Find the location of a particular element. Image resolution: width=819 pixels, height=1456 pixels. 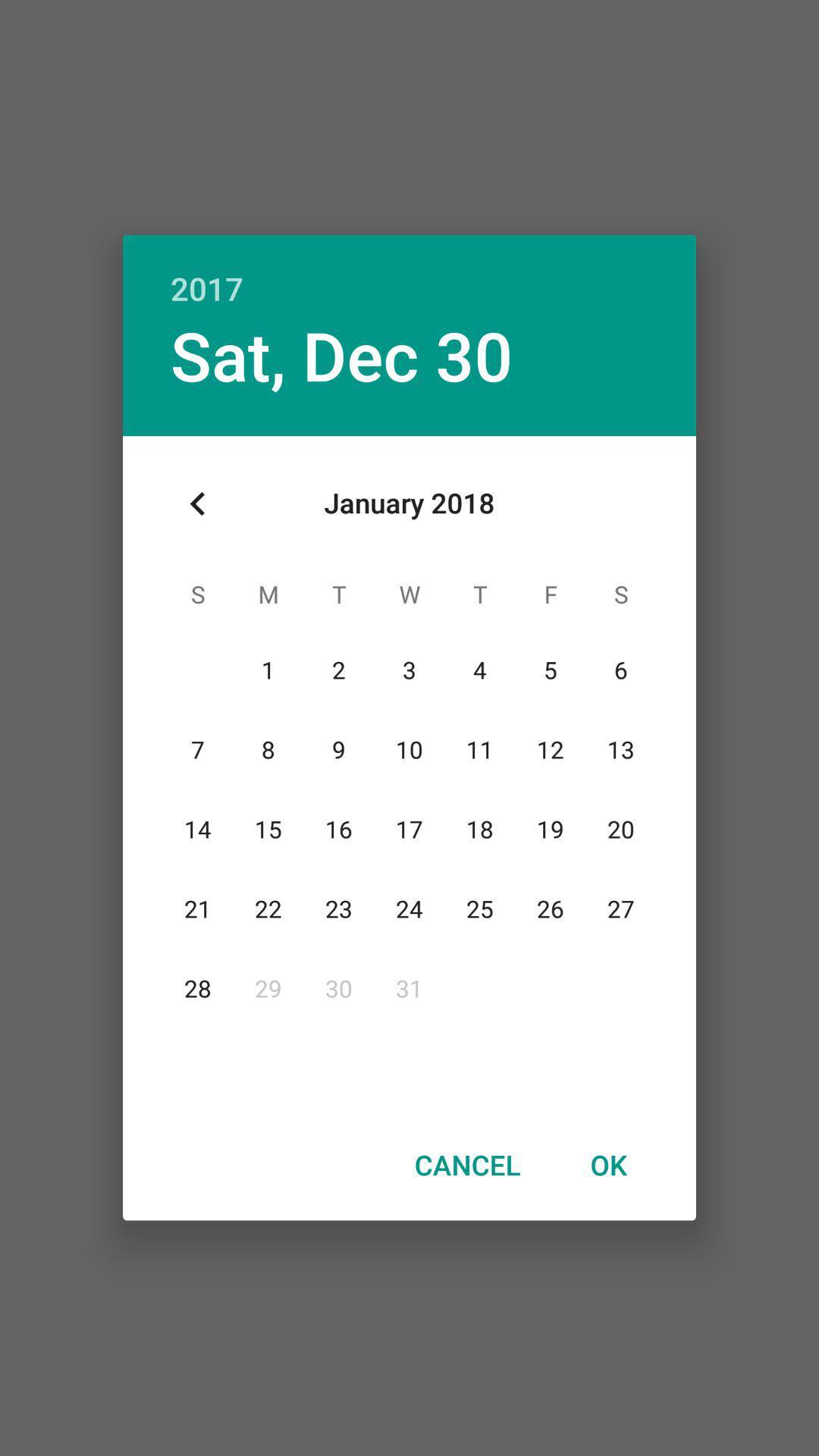

ok is located at coordinates (607, 1164).